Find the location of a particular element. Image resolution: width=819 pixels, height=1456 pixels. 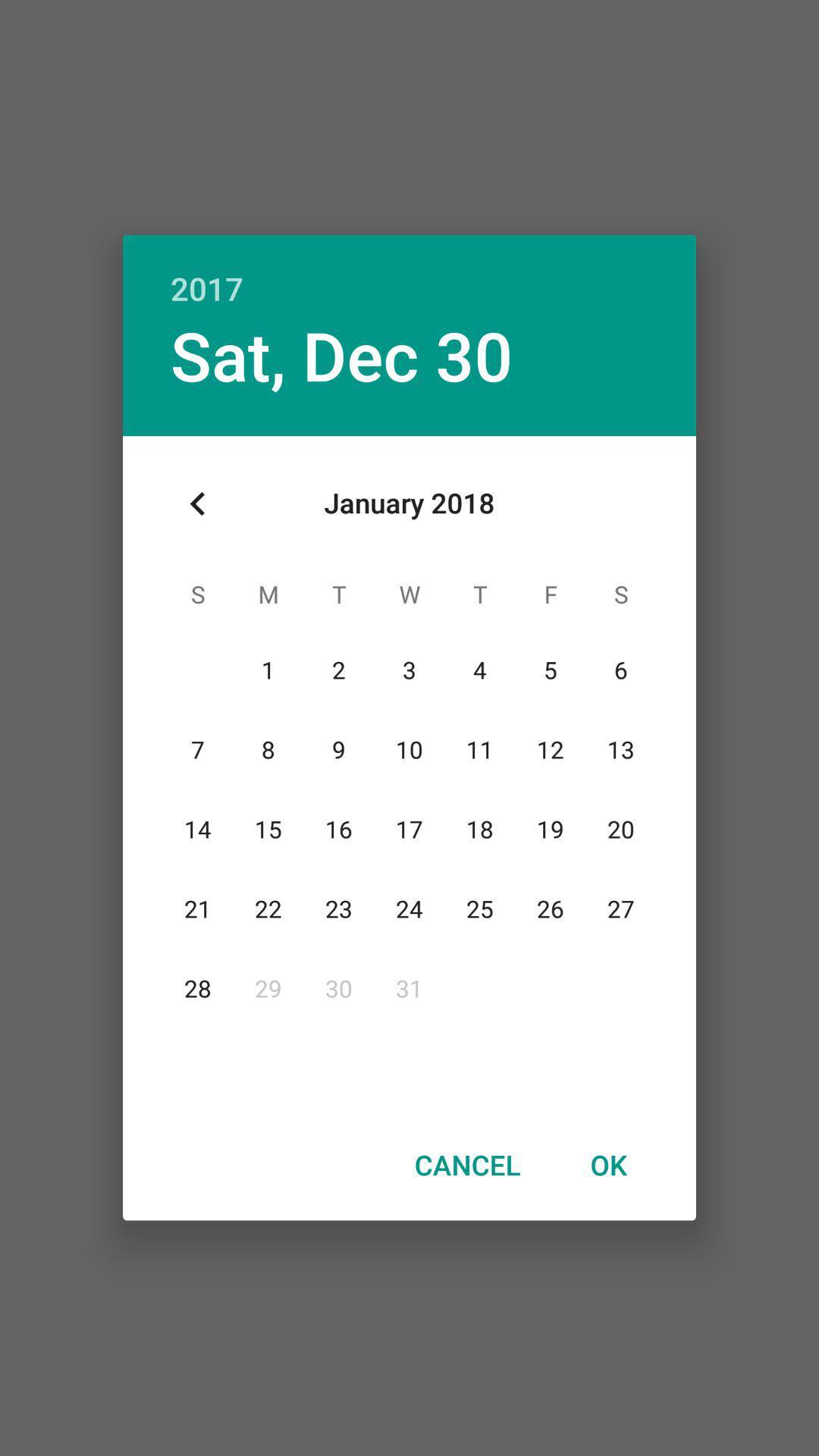

ok is located at coordinates (607, 1164).